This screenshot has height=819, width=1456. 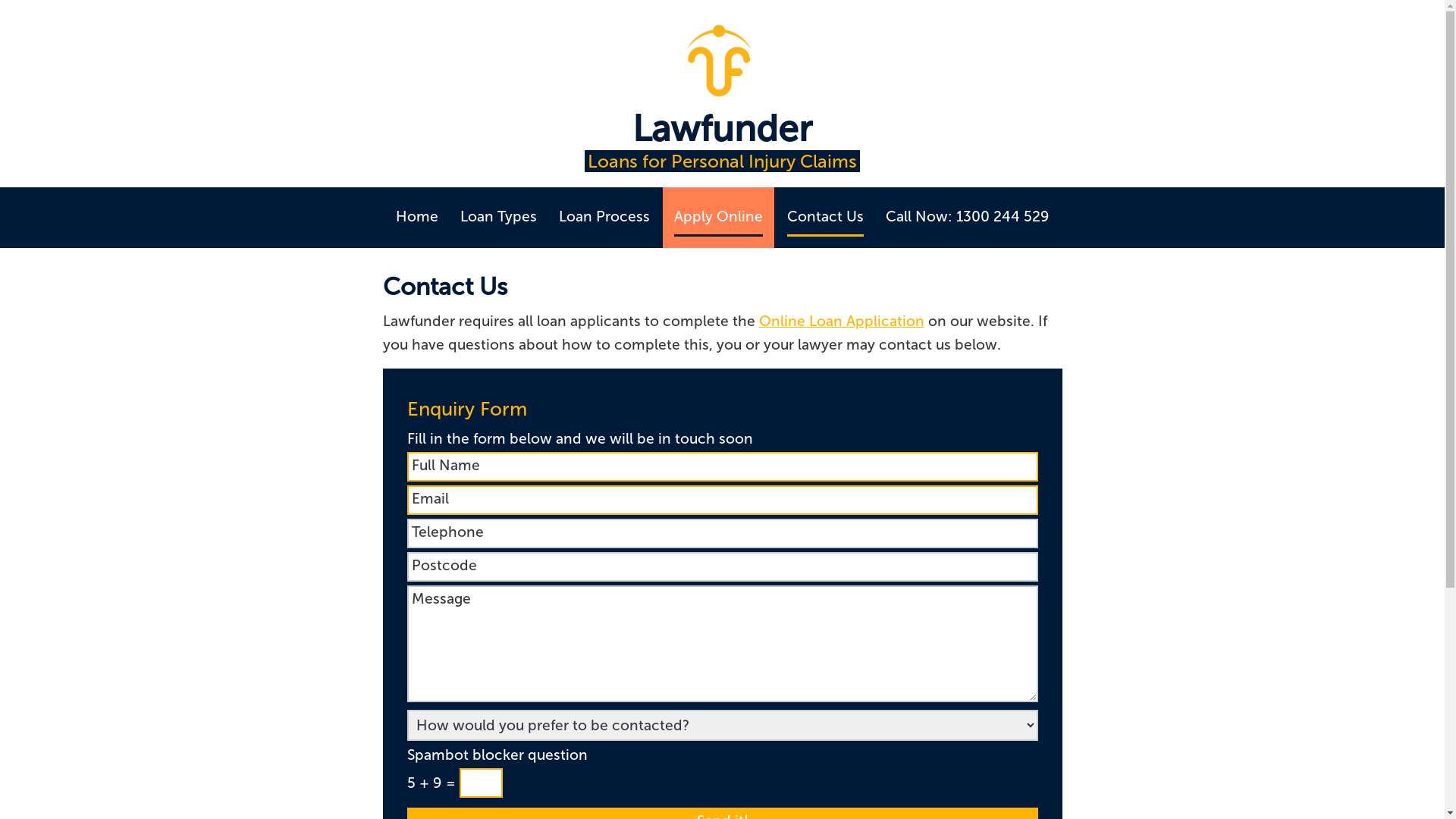 I want to click on 'Loan Process', so click(x=603, y=217).